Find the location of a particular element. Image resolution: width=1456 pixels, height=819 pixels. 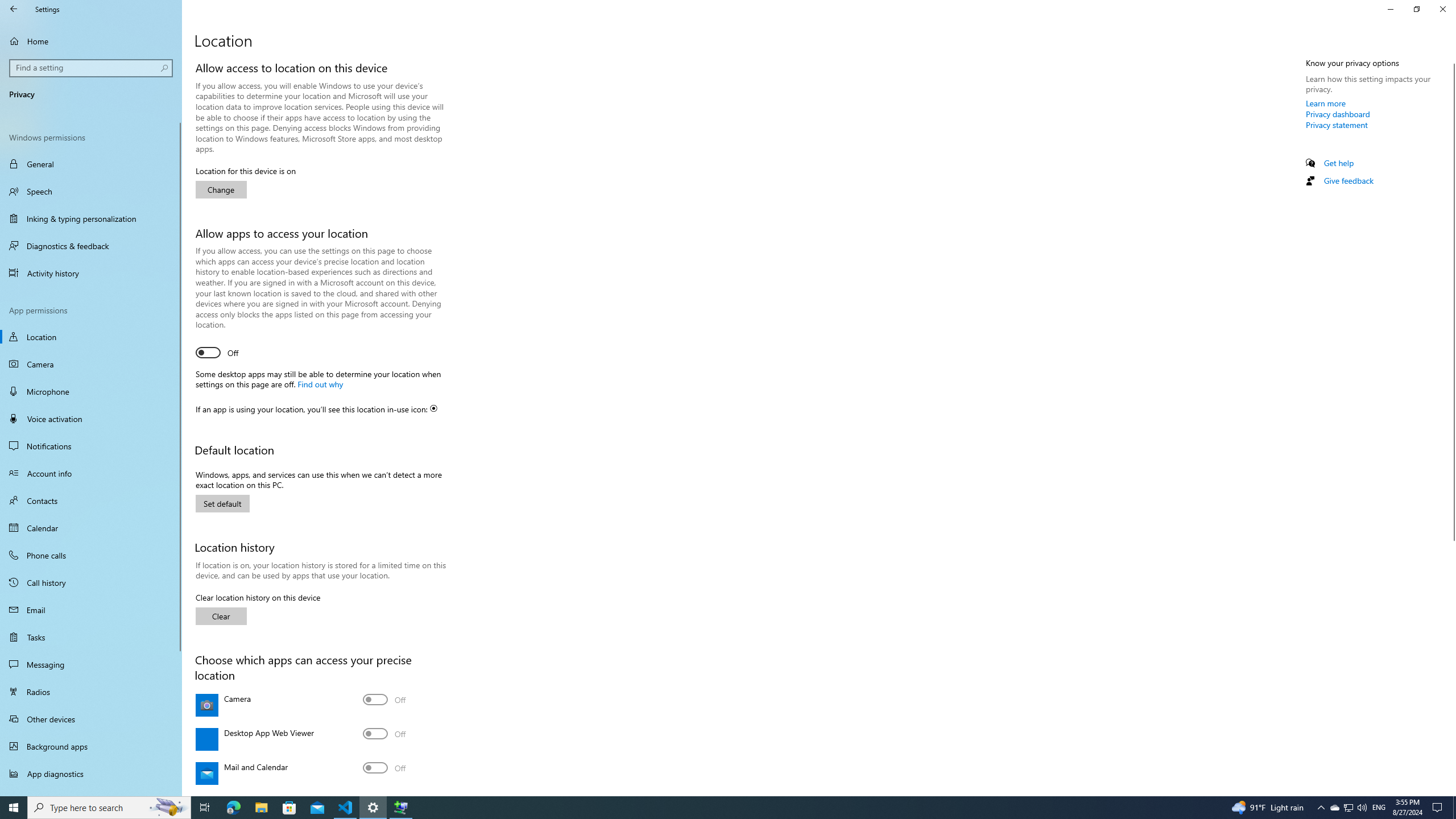

'Restore Settings' is located at coordinates (1416, 9).